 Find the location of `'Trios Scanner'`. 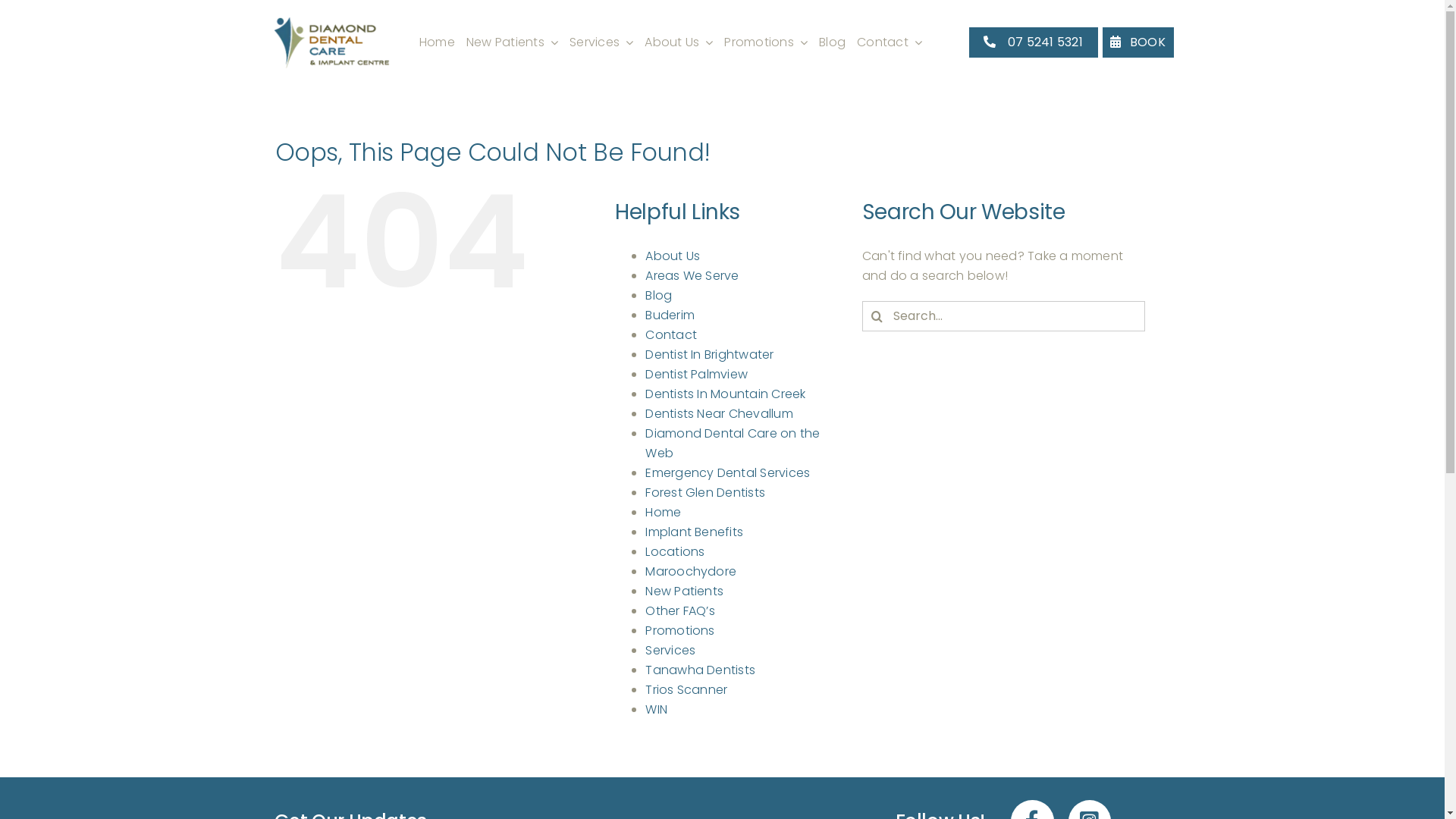

'Trios Scanner' is located at coordinates (686, 689).